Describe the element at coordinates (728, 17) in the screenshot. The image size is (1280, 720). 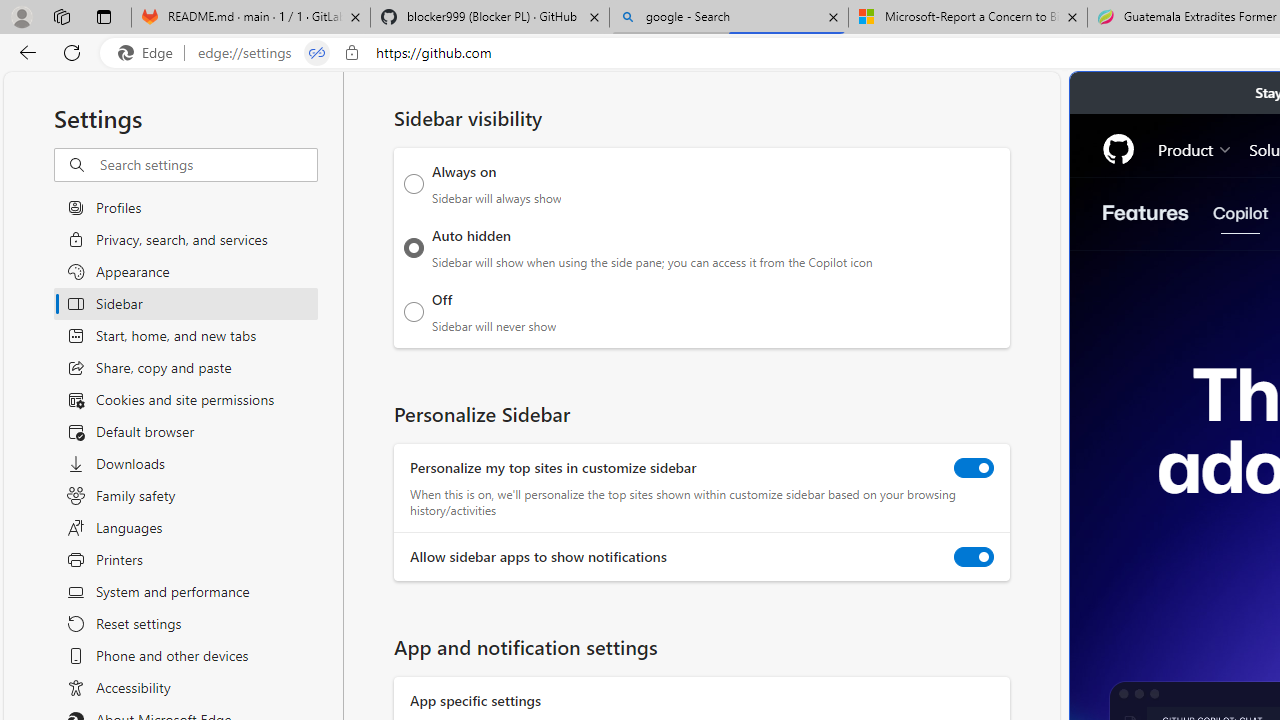
I see `'google - Search'` at that location.